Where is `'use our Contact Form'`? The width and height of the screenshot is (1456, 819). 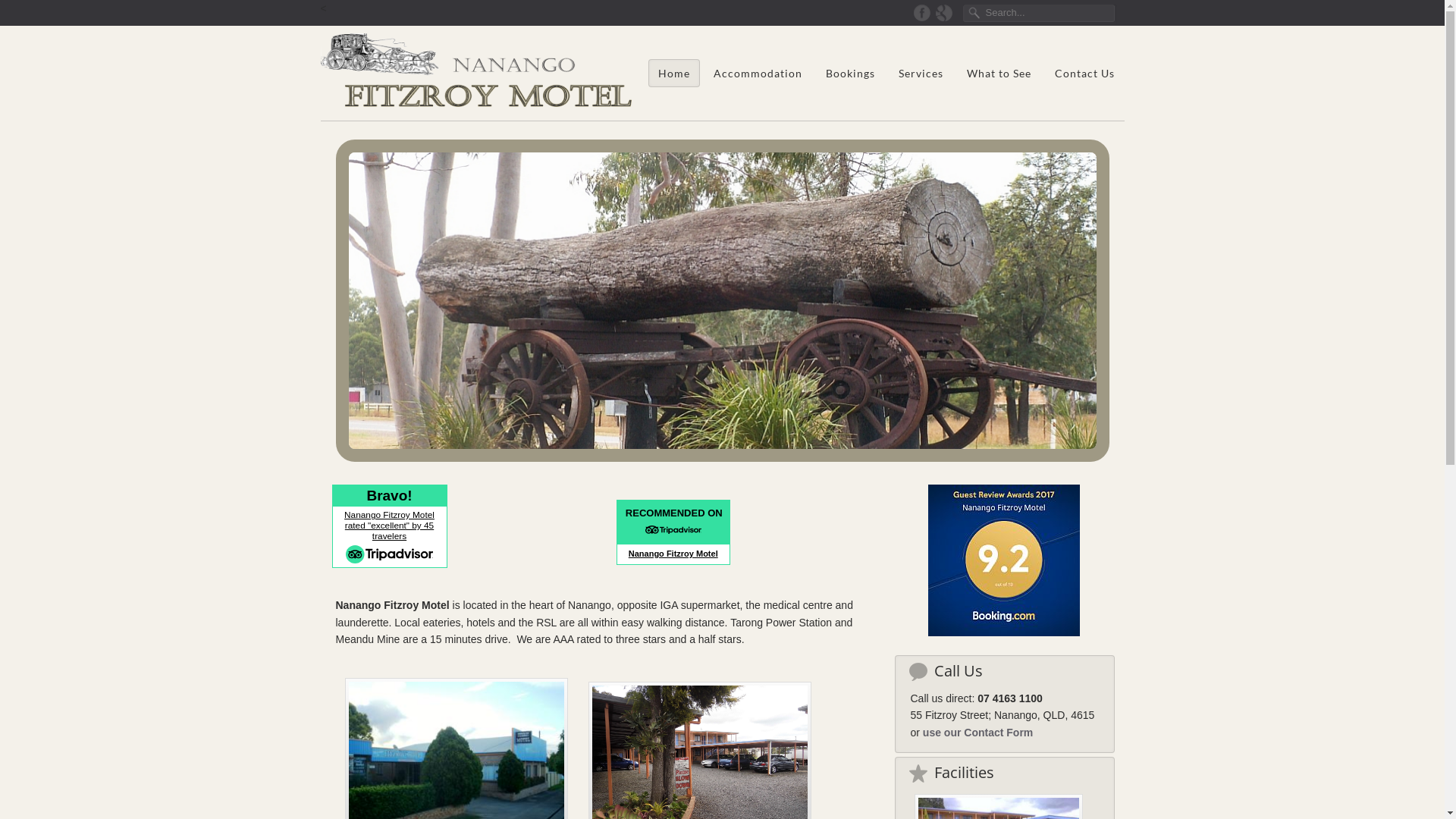 'use our Contact Form' is located at coordinates (922, 731).